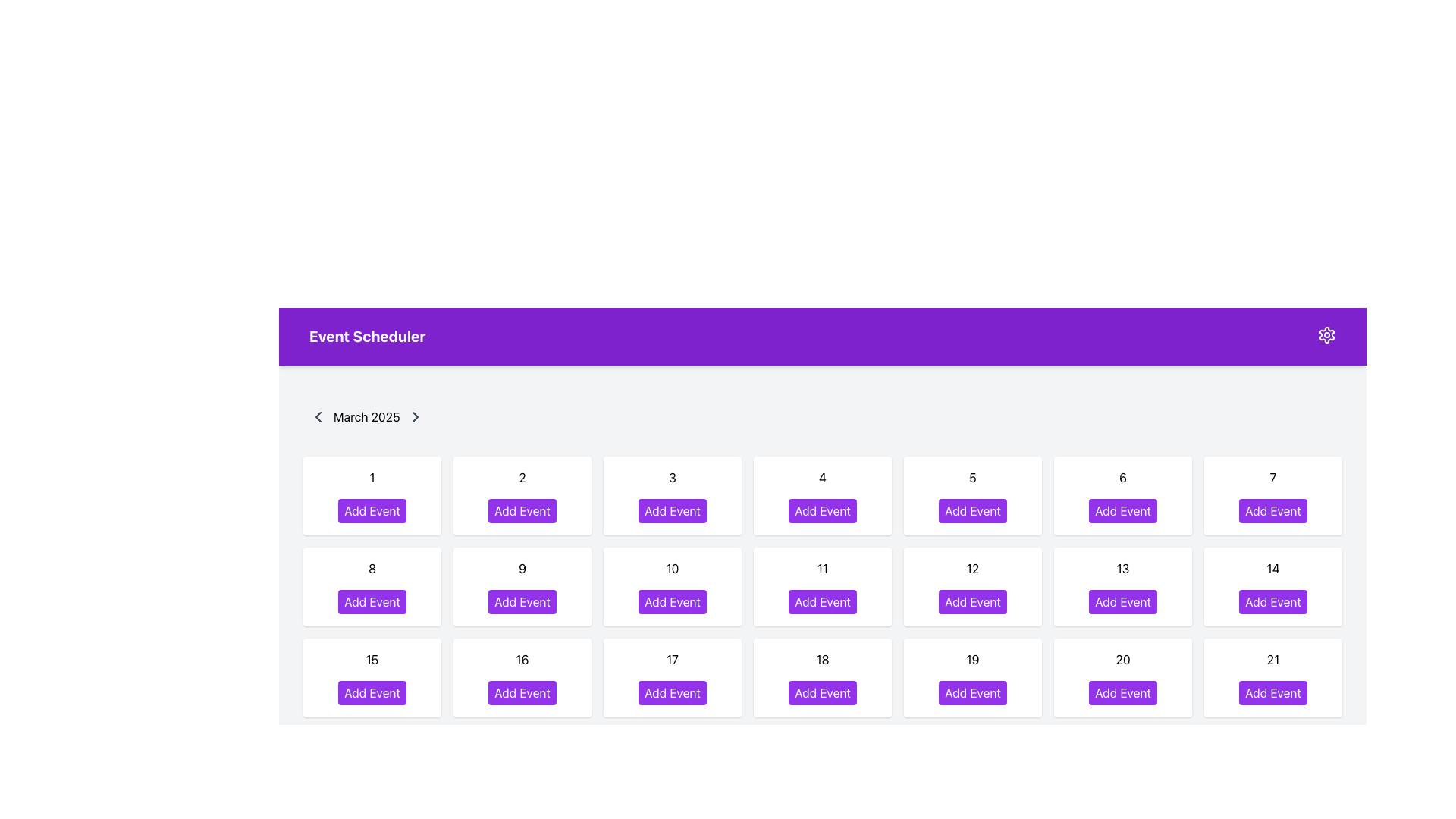  I want to click on the button, so click(672, 601).